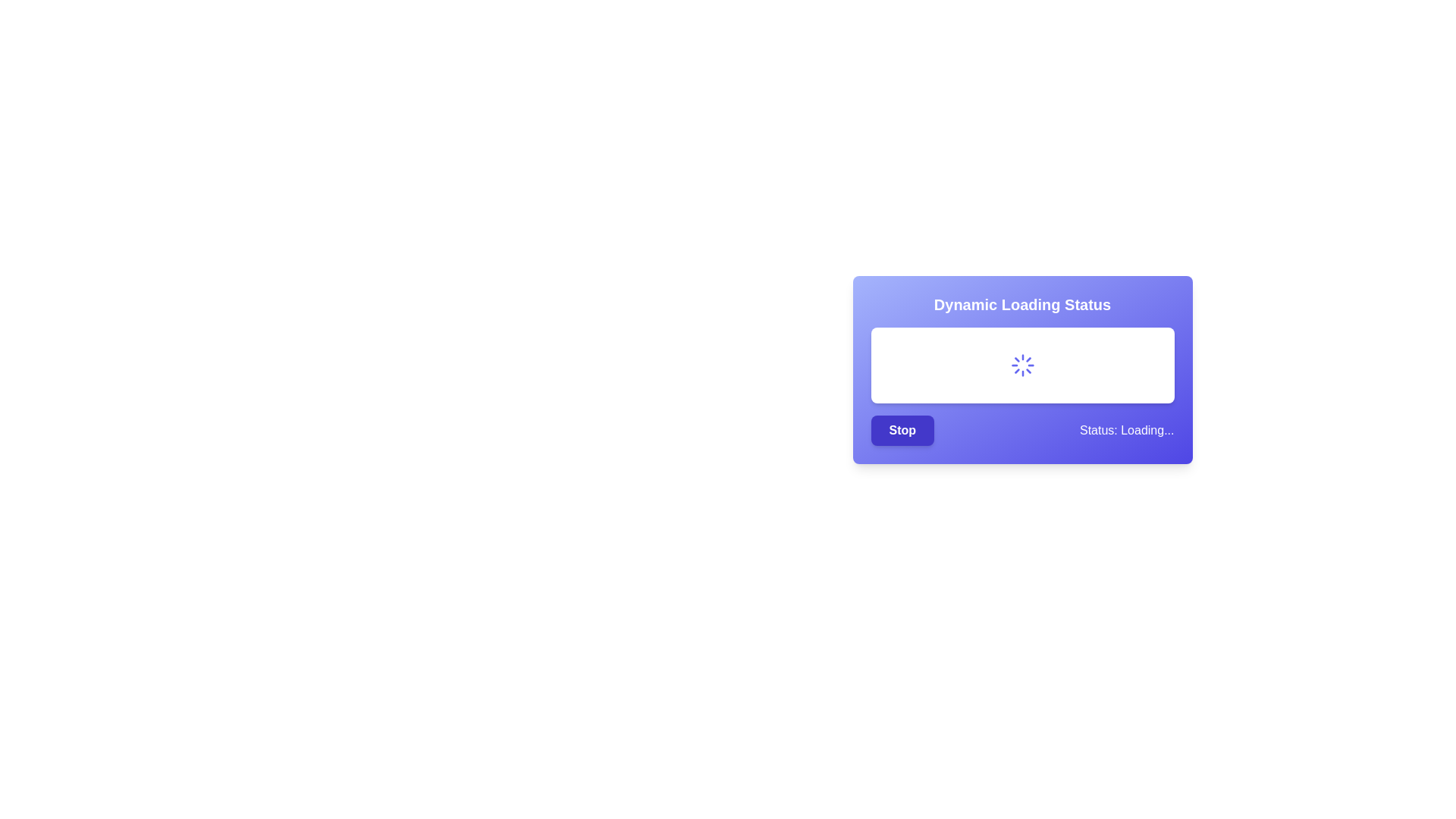 This screenshot has width=1456, height=819. I want to click on the Loading Indicator Panel, which features a gradient background and contains a centered animated loader icon, with the title 'Dynamic Loading Status' at the top and 'Status: Loading...' at the bottom, so click(1022, 370).